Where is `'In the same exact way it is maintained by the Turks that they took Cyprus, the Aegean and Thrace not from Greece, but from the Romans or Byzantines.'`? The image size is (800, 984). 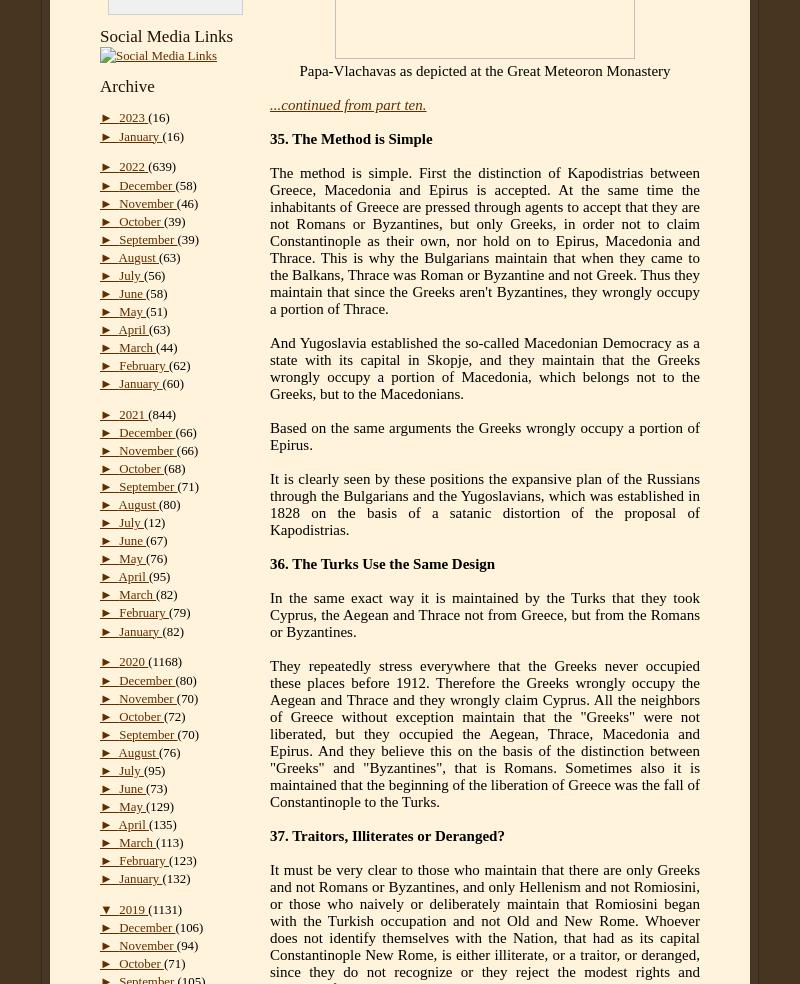
'In the same exact way it is maintained by the Turks that they took Cyprus, the Aegean and Thrace not from Greece, but from the Romans or Byzantines.' is located at coordinates (270, 614).